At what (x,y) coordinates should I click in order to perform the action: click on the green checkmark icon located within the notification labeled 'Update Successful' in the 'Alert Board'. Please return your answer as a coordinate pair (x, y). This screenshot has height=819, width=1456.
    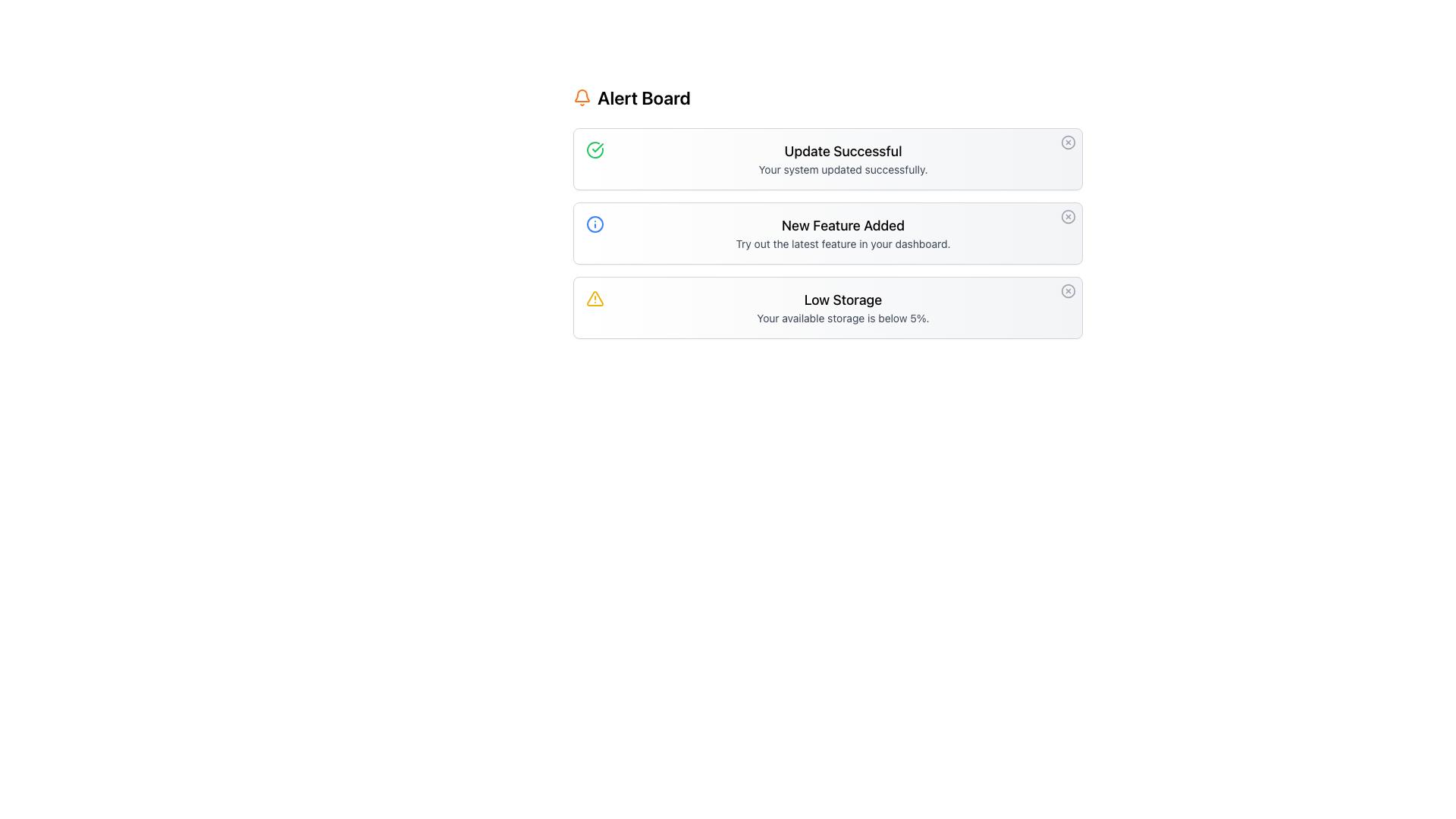
    Looking at the image, I should click on (595, 149).